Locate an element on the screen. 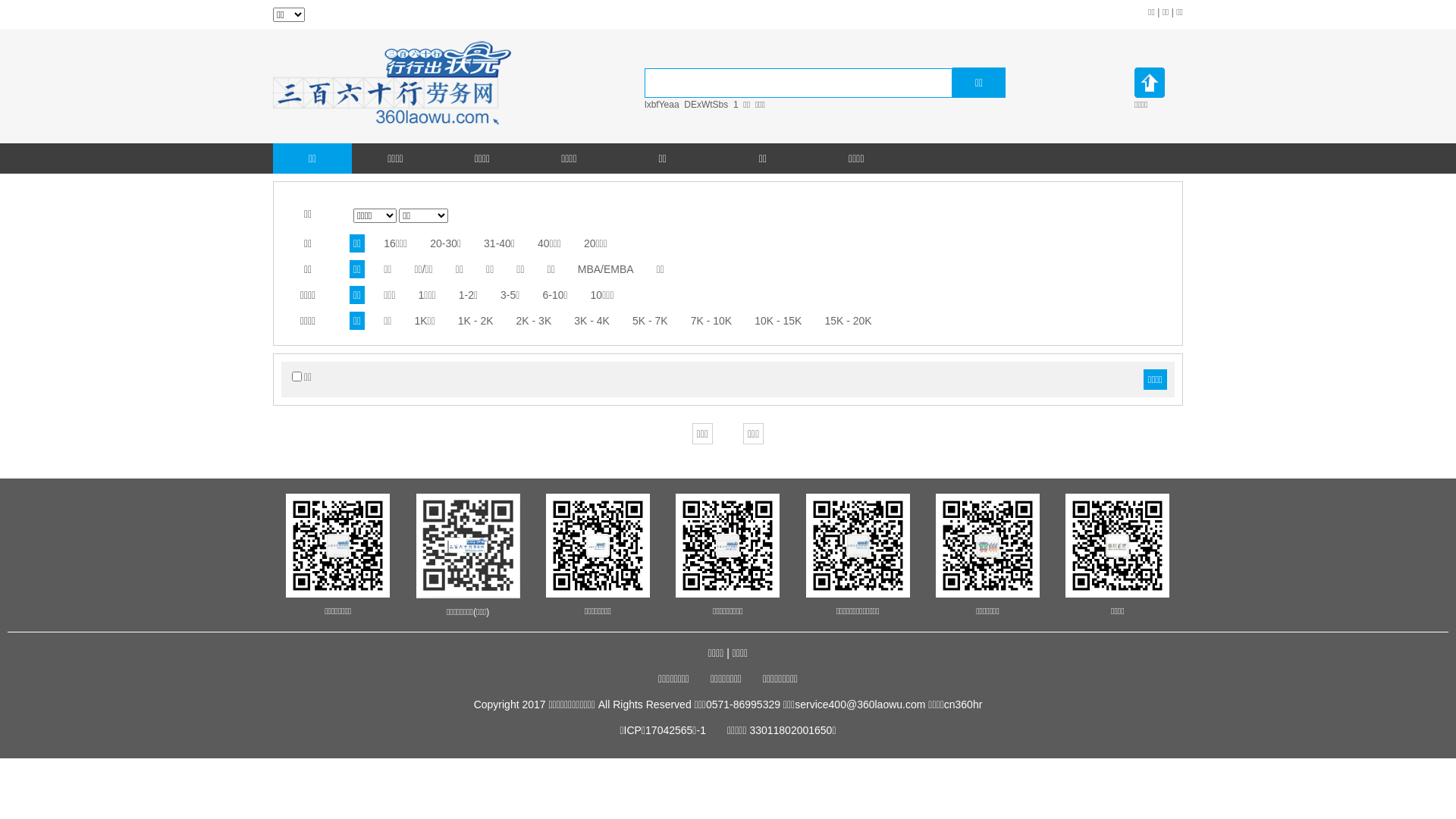 The width and height of the screenshot is (1456, 819). '3K - 4K' is located at coordinates (573, 320).